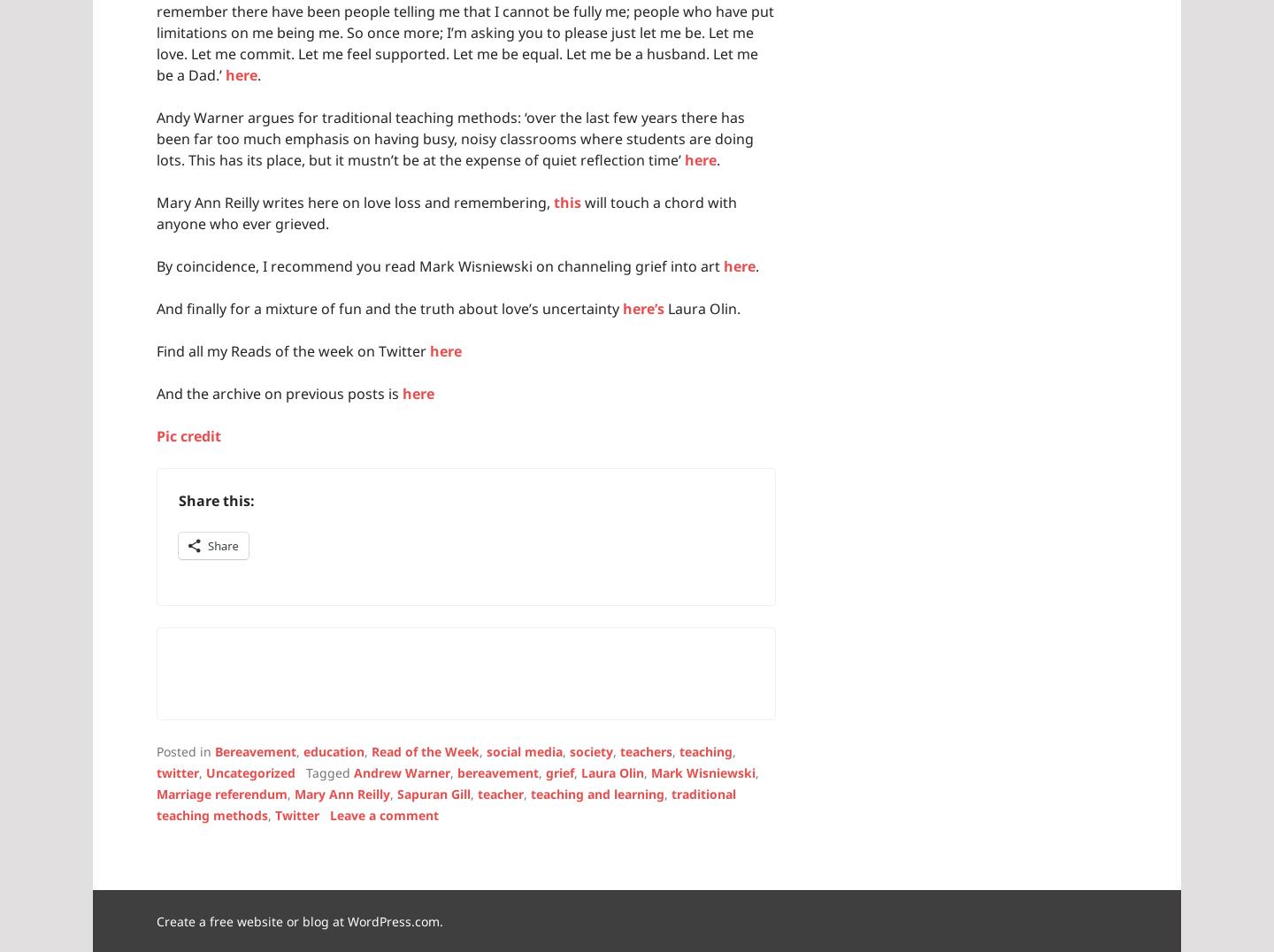 The width and height of the screenshot is (1274, 952). Describe the element at coordinates (384, 813) in the screenshot. I see `'Leave a comment'` at that location.